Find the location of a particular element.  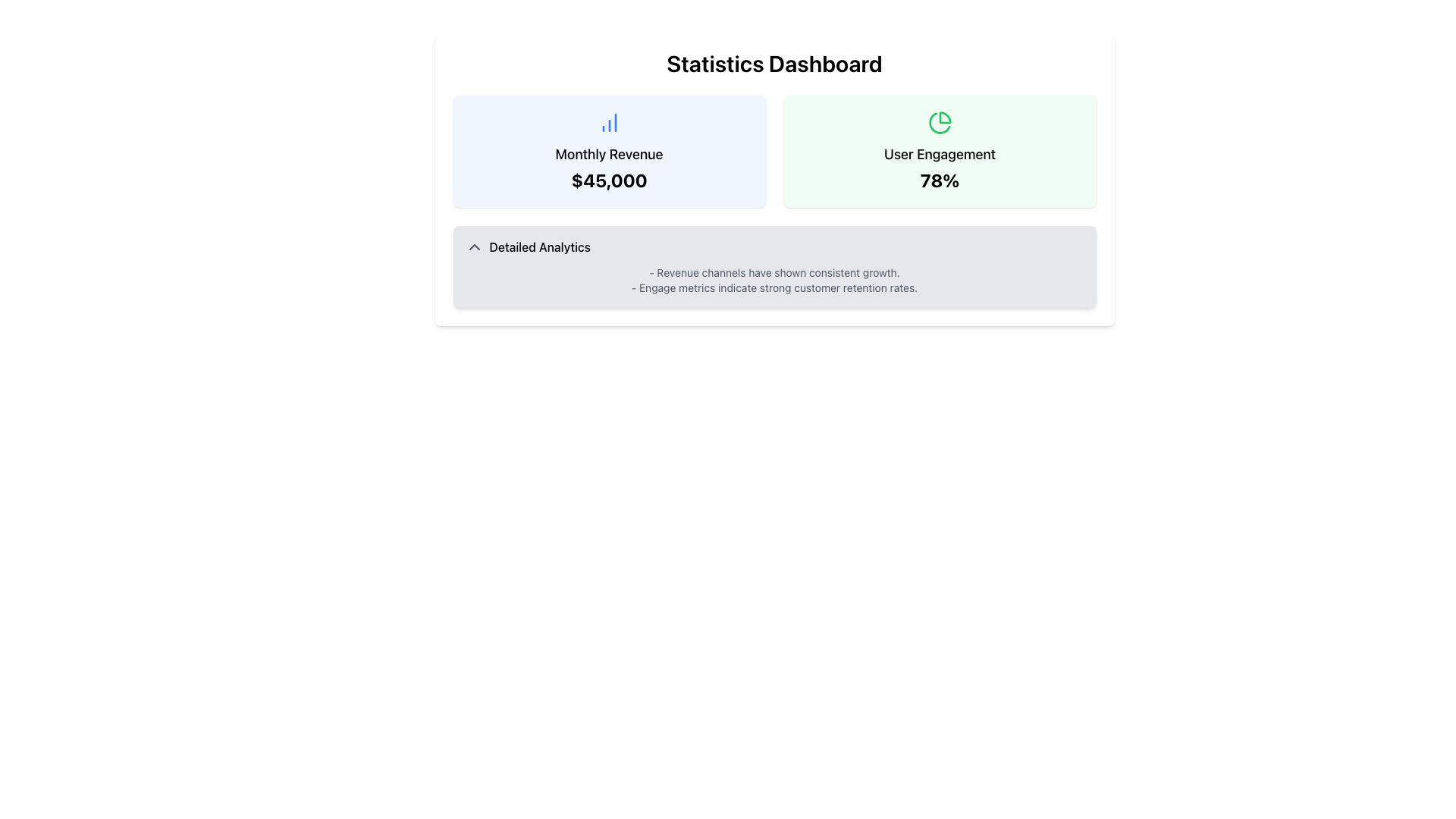

the icon resembling a downward-pointing chevron, positioned to the left of the text 'Detailed Analytics' is located at coordinates (473, 246).